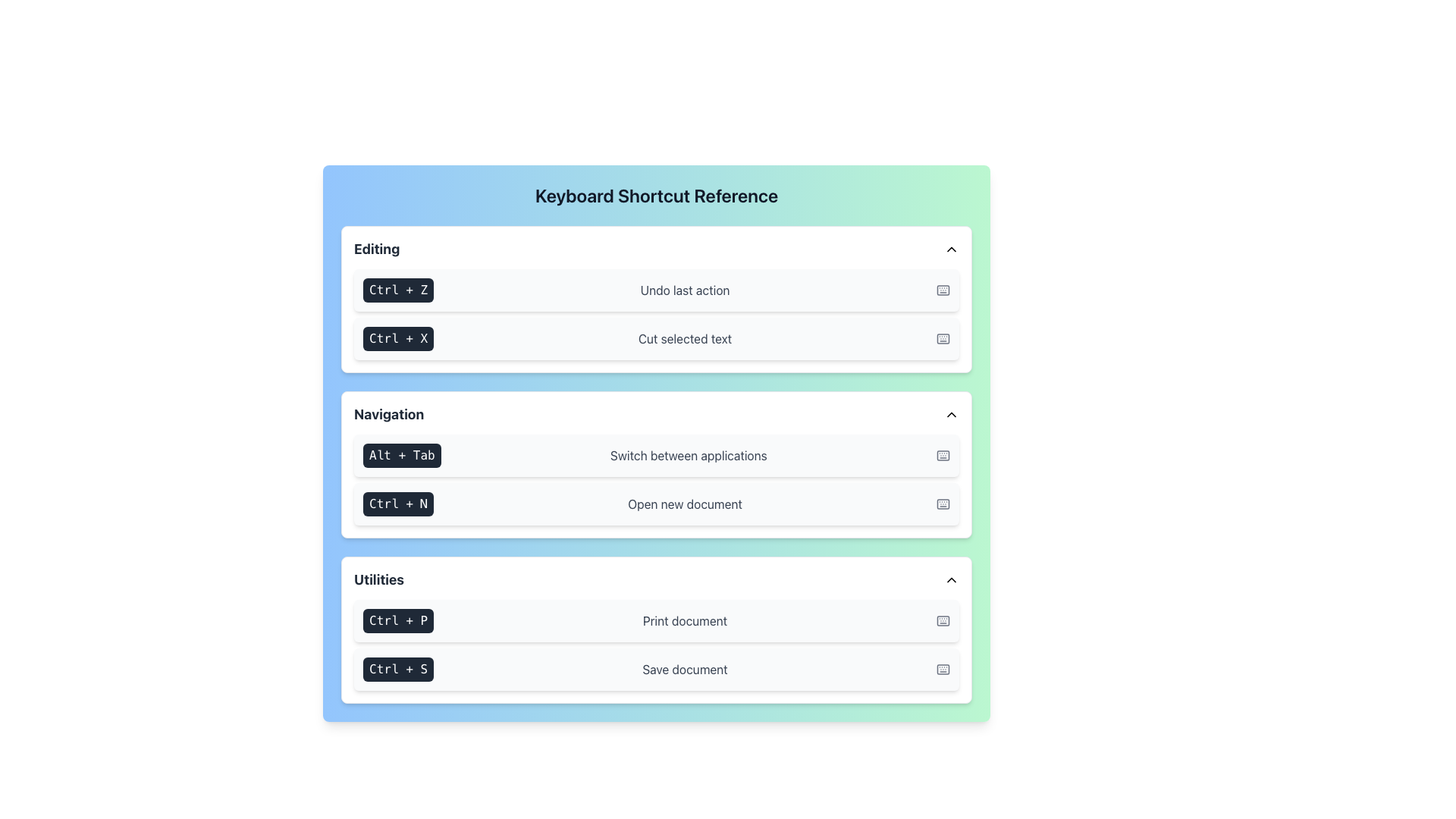  Describe the element at coordinates (942, 338) in the screenshot. I see `the SVG keyboard icon styled with gray color that represents the 'Cut selected text' shortcut, located within a white rounded panel` at that location.